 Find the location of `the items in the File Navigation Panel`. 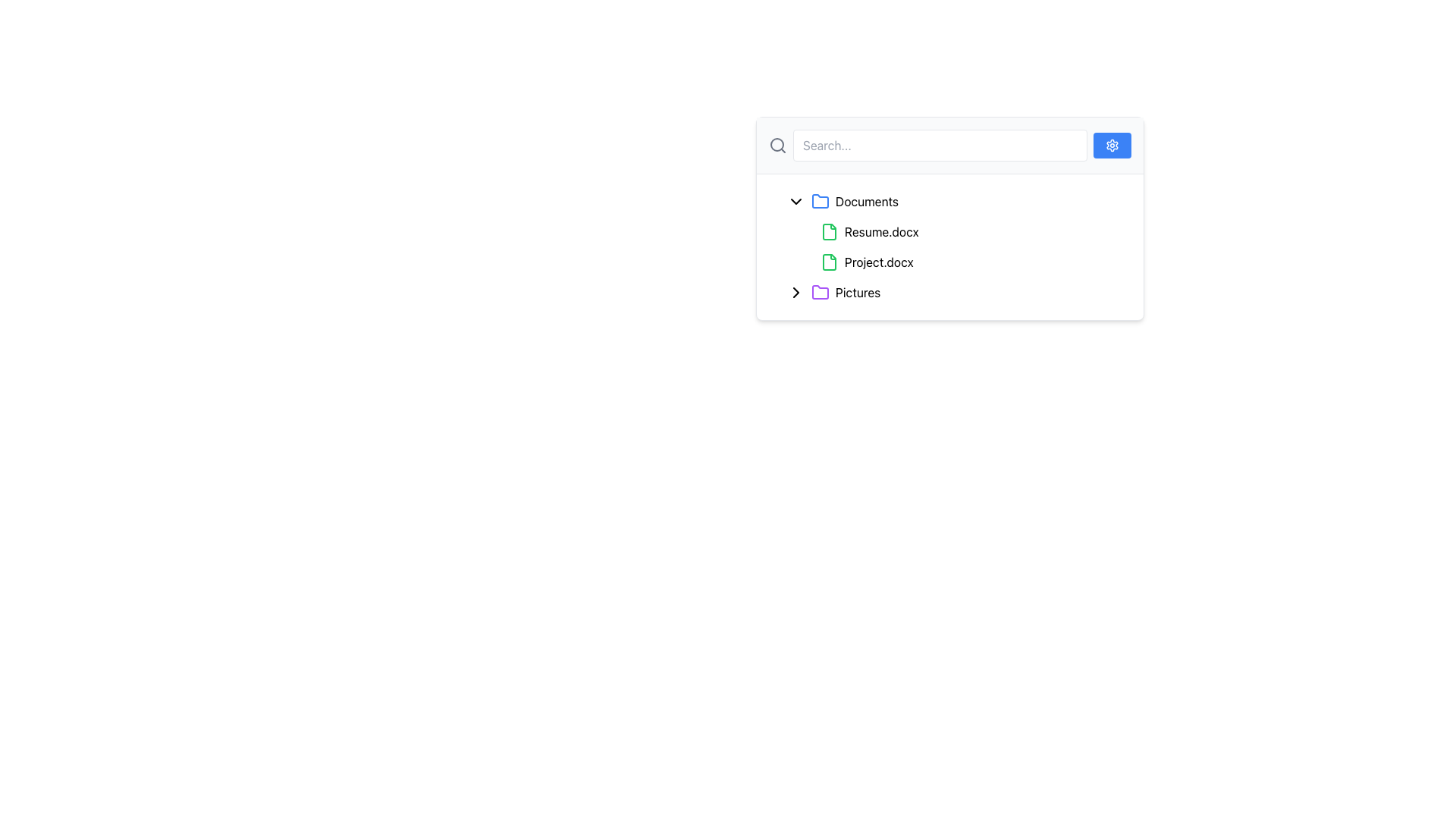

the items in the File Navigation Panel is located at coordinates (949, 218).